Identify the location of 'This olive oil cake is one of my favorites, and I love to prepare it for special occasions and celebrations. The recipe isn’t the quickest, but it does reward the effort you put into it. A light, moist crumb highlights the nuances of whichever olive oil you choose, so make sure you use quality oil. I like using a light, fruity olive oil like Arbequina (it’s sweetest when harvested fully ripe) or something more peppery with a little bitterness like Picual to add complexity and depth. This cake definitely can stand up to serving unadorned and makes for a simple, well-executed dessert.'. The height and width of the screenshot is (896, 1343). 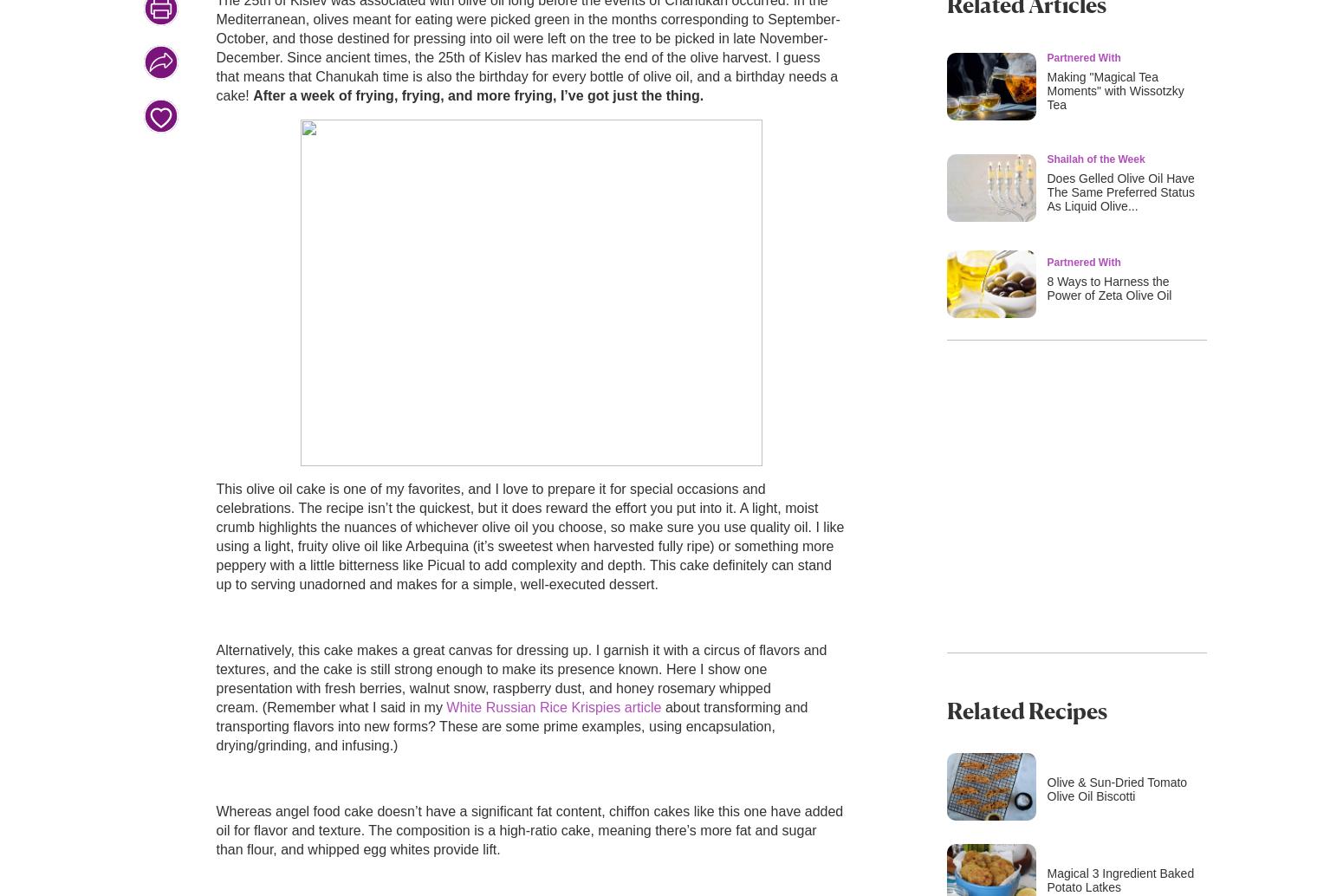
(529, 536).